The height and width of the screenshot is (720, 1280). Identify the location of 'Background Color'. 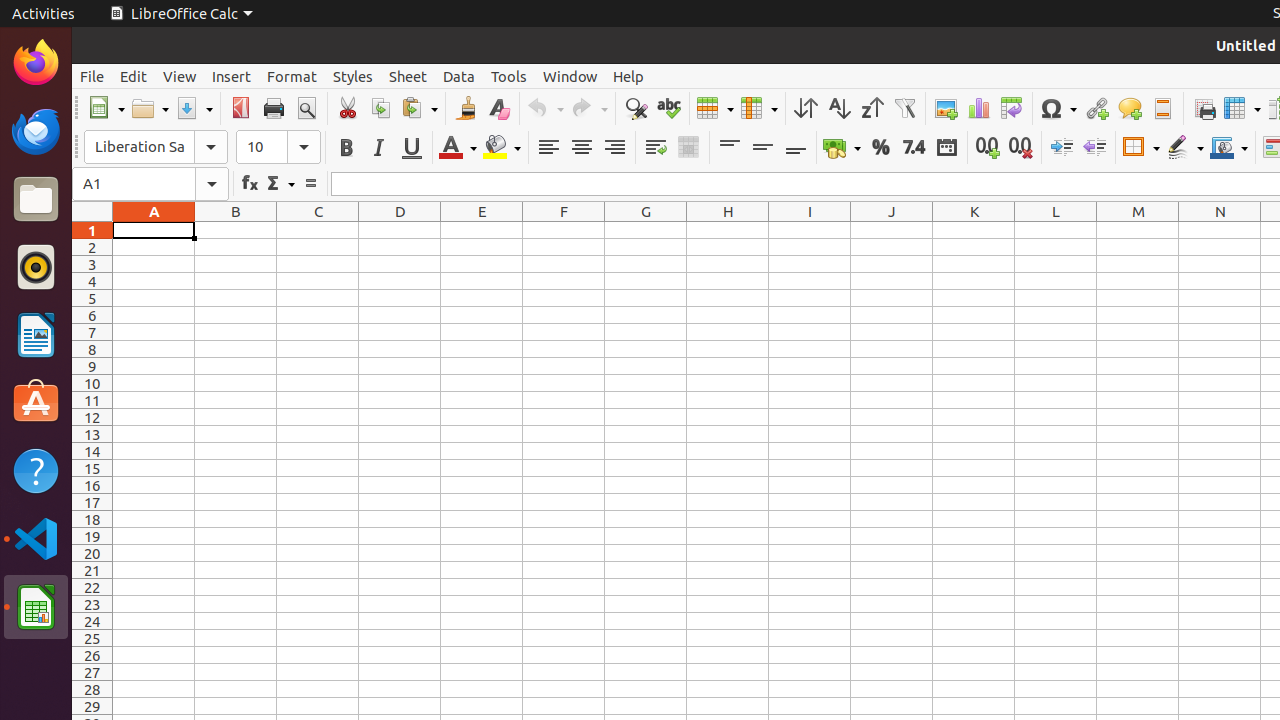
(502, 146).